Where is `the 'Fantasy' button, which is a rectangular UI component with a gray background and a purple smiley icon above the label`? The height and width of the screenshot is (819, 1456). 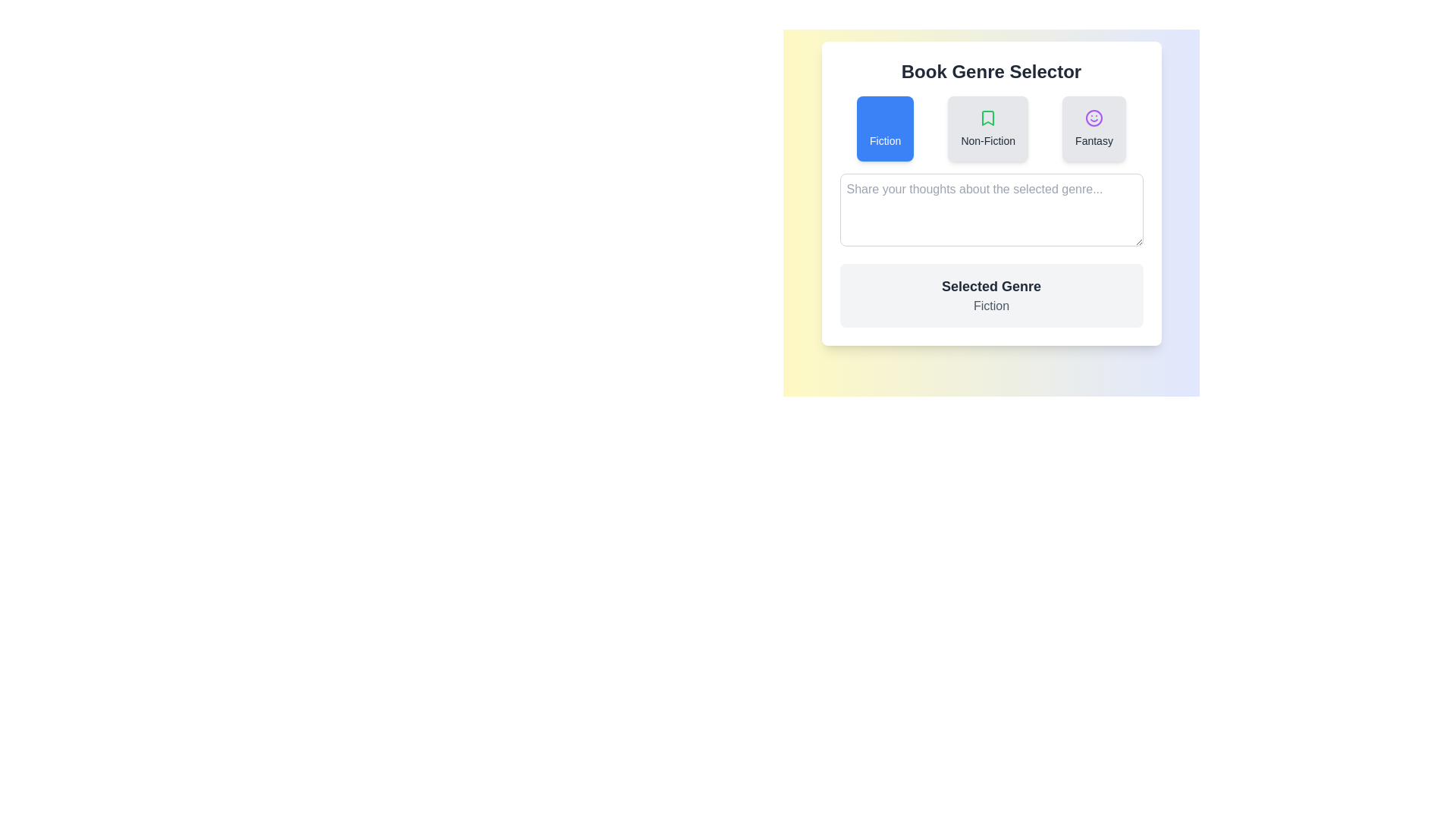 the 'Fantasy' button, which is a rectangular UI component with a gray background and a purple smiley icon above the label is located at coordinates (1094, 127).